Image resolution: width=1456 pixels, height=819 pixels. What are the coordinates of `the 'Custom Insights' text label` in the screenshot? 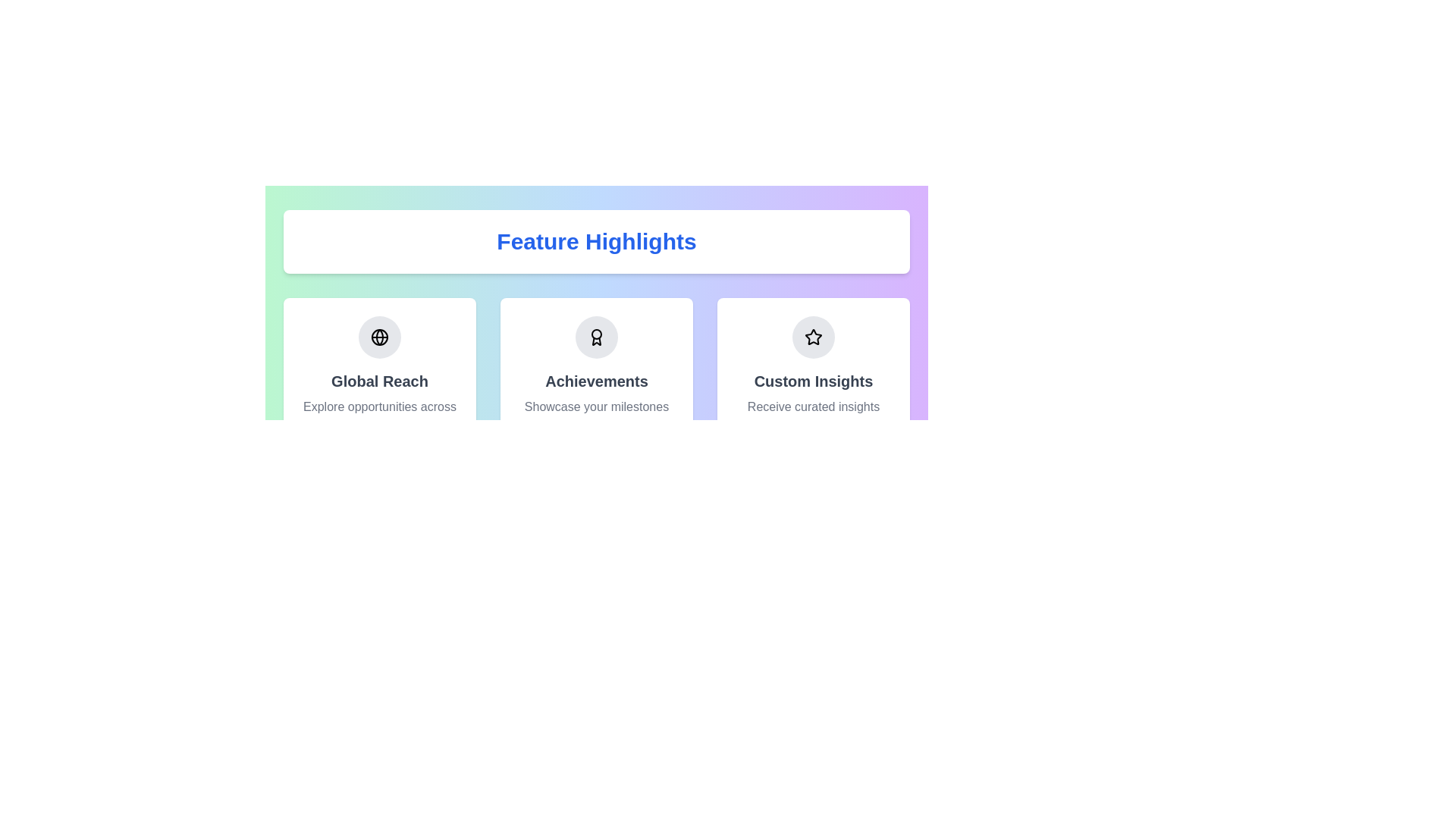 It's located at (812, 380).